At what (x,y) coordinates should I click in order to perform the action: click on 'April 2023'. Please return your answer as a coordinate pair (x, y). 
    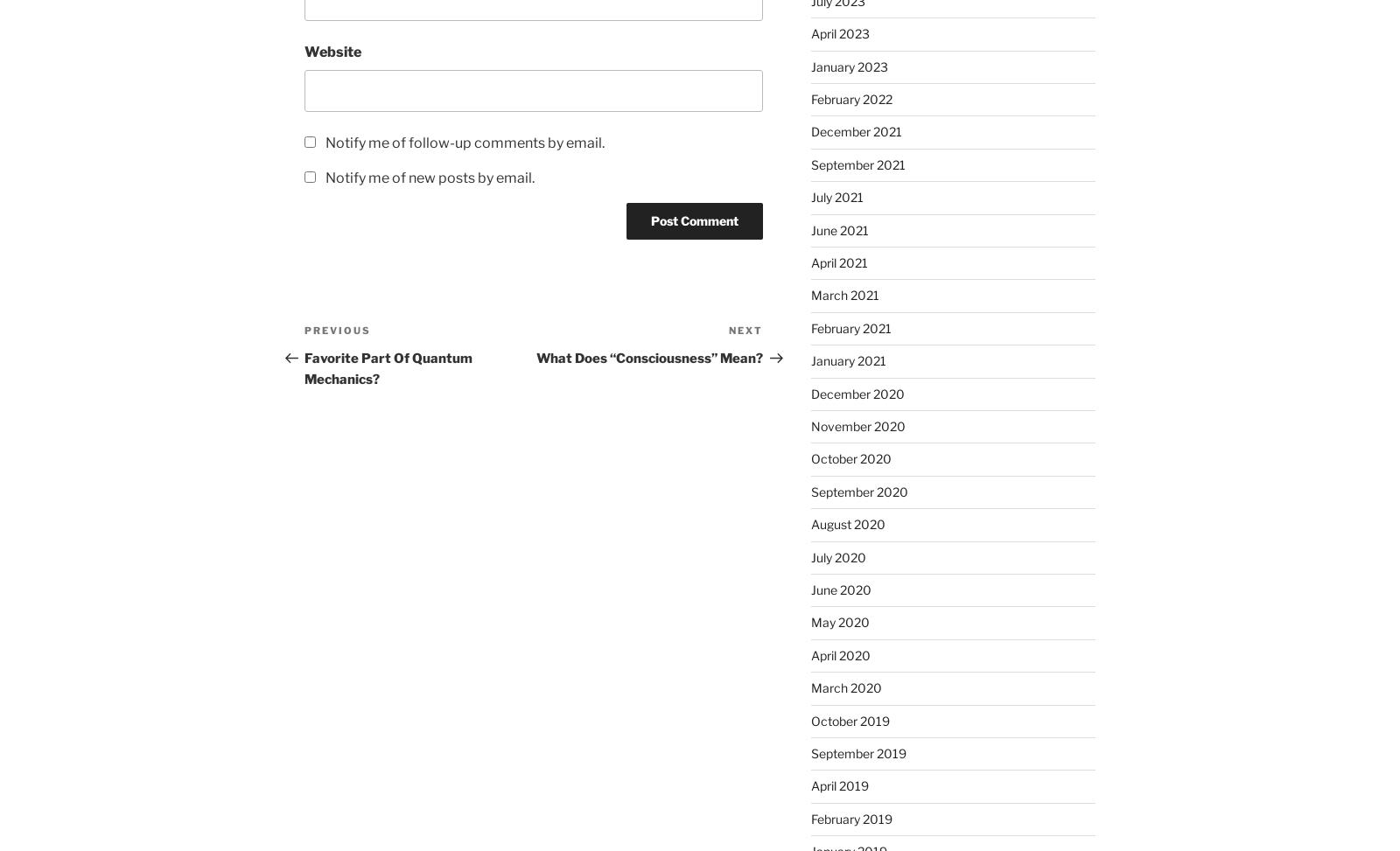
    Looking at the image, I should click on (838, 33).